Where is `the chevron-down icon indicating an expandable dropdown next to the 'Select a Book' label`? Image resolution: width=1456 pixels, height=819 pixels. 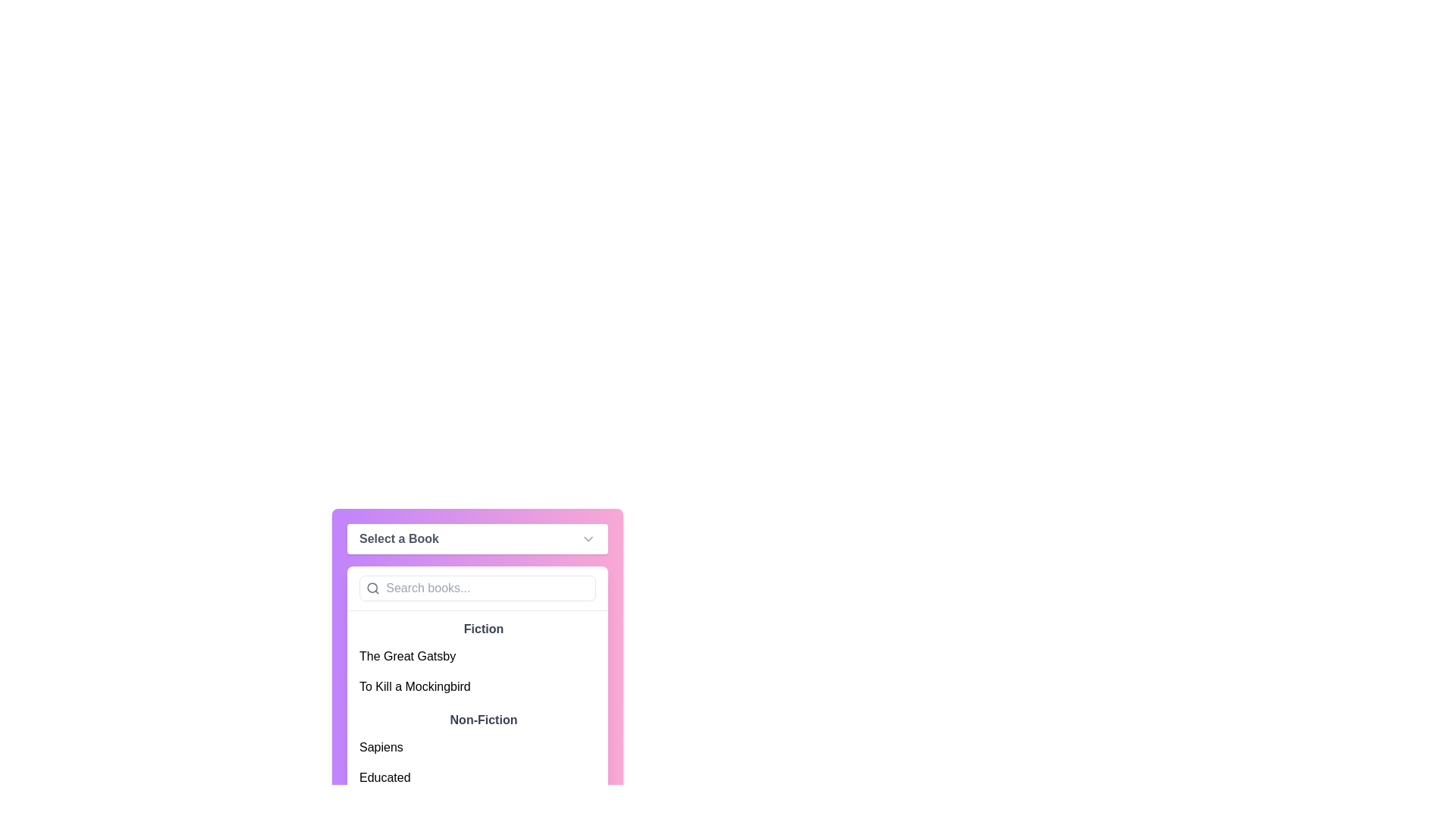 the chevron-down icon indicating an expandable dropdown next to the 'Select a Book' label is located at coordinates (588, 538).